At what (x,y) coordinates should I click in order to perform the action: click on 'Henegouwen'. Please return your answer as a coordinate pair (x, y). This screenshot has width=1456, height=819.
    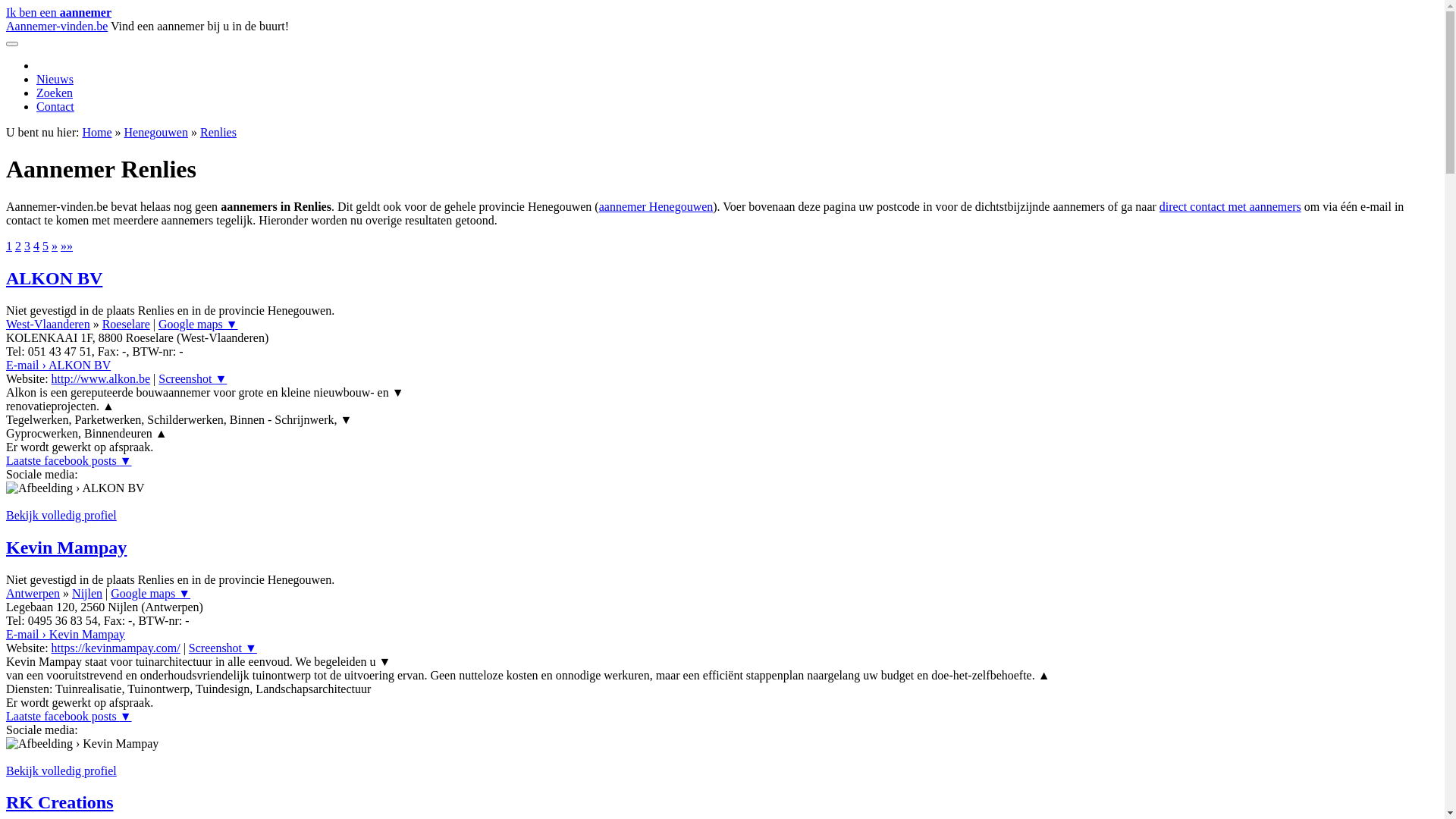
    Looking at the image, I should click on (156, 131).